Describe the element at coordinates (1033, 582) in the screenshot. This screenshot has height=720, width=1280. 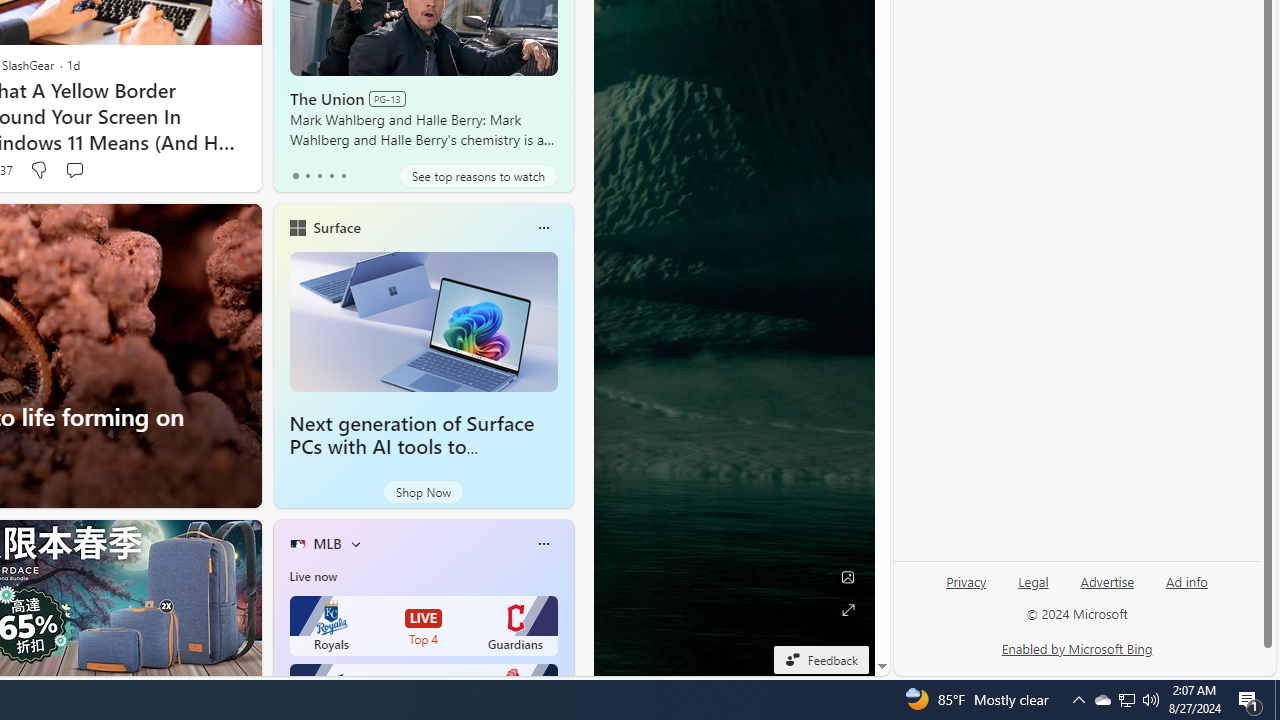
I see `'Legal'` at that location.